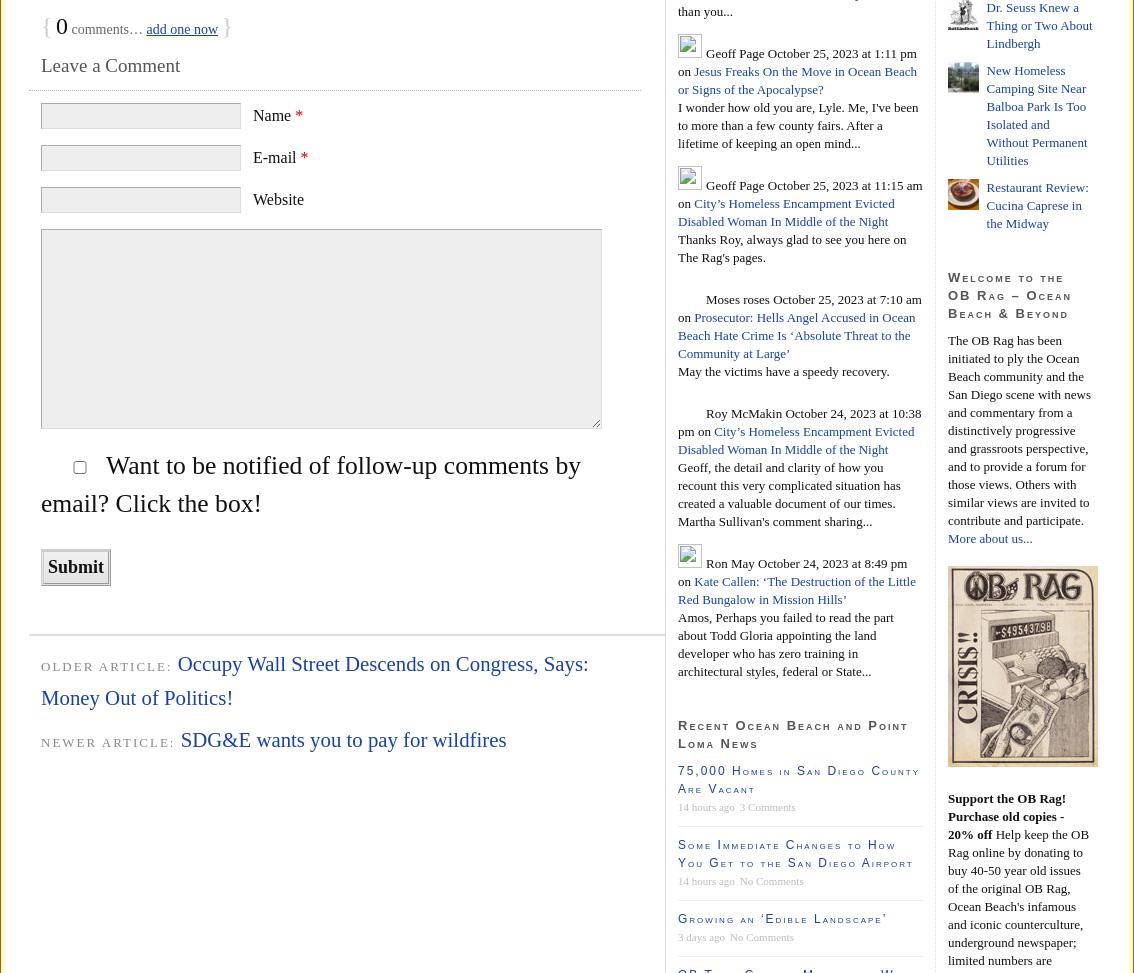 The image size is (1134, 973). What do you see at coordinates (797, 78) in the screenshot?
I see `'Jesus Freaks On the Move in Ocean Beach or Signs of the Apocalypse?'` at bounding box center [797, 78].